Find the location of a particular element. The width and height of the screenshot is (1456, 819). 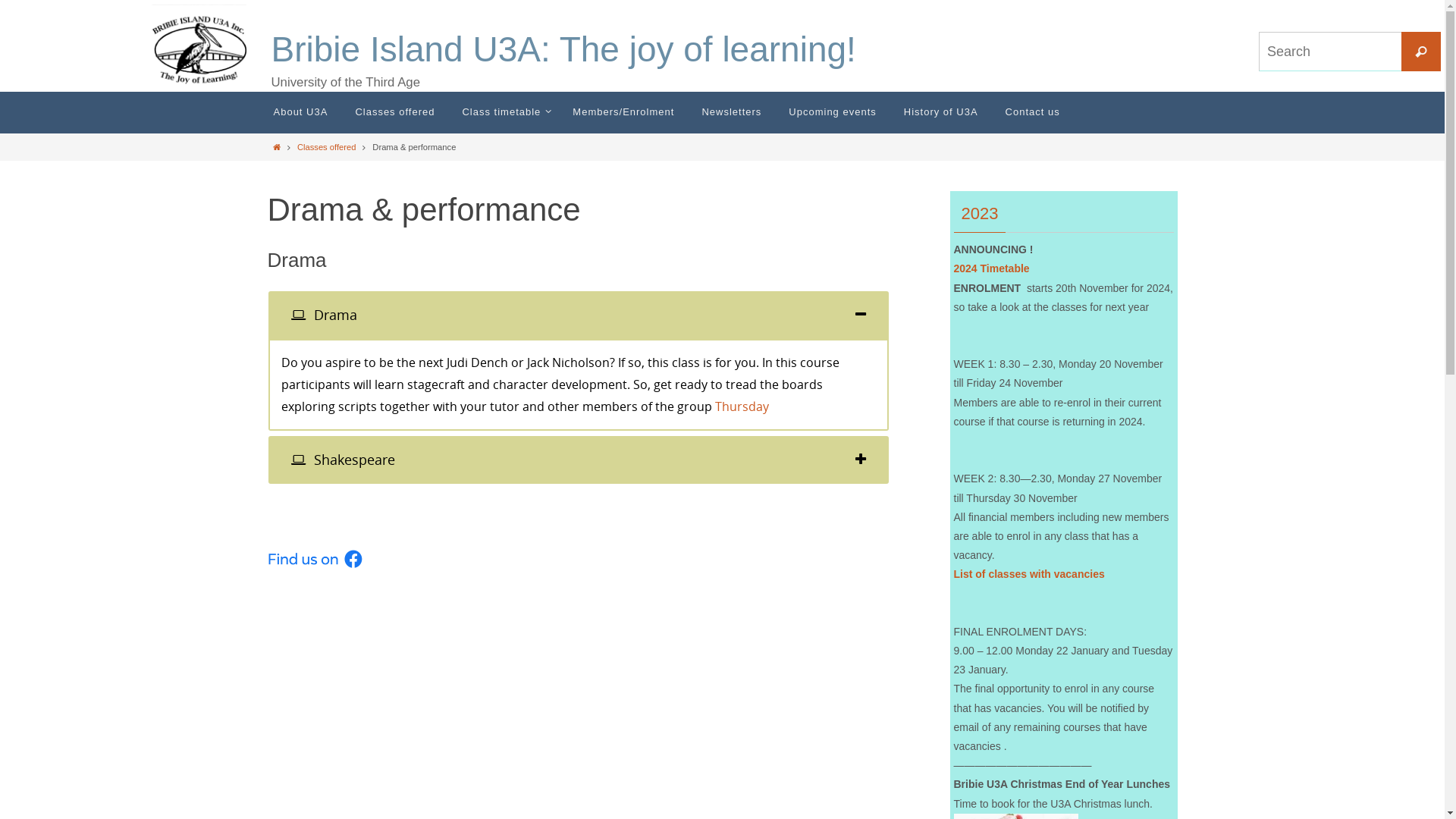

'List of classes with vacancies' is located at coordinates (1029, 574).